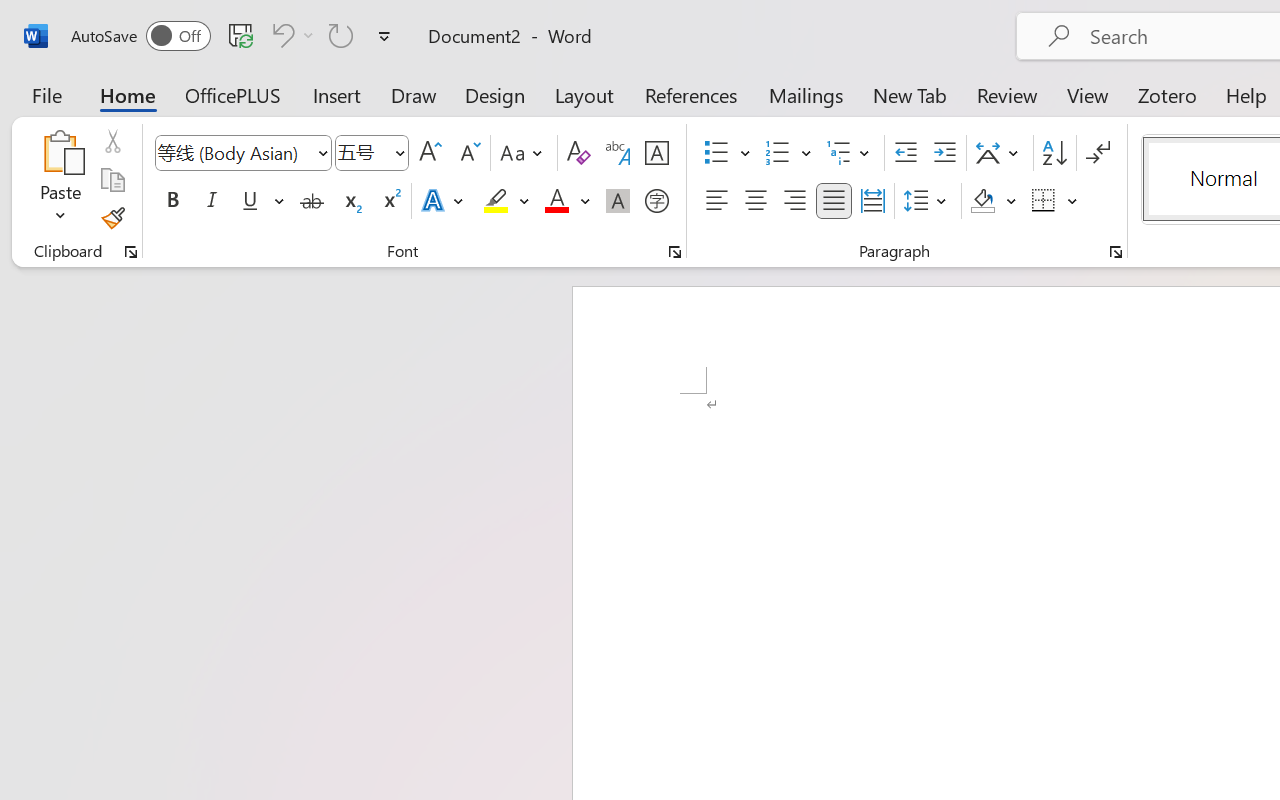 Image resolution: width=1280 pixels, height=800 pixels. I want to click on 'Can', so click(279, 34).